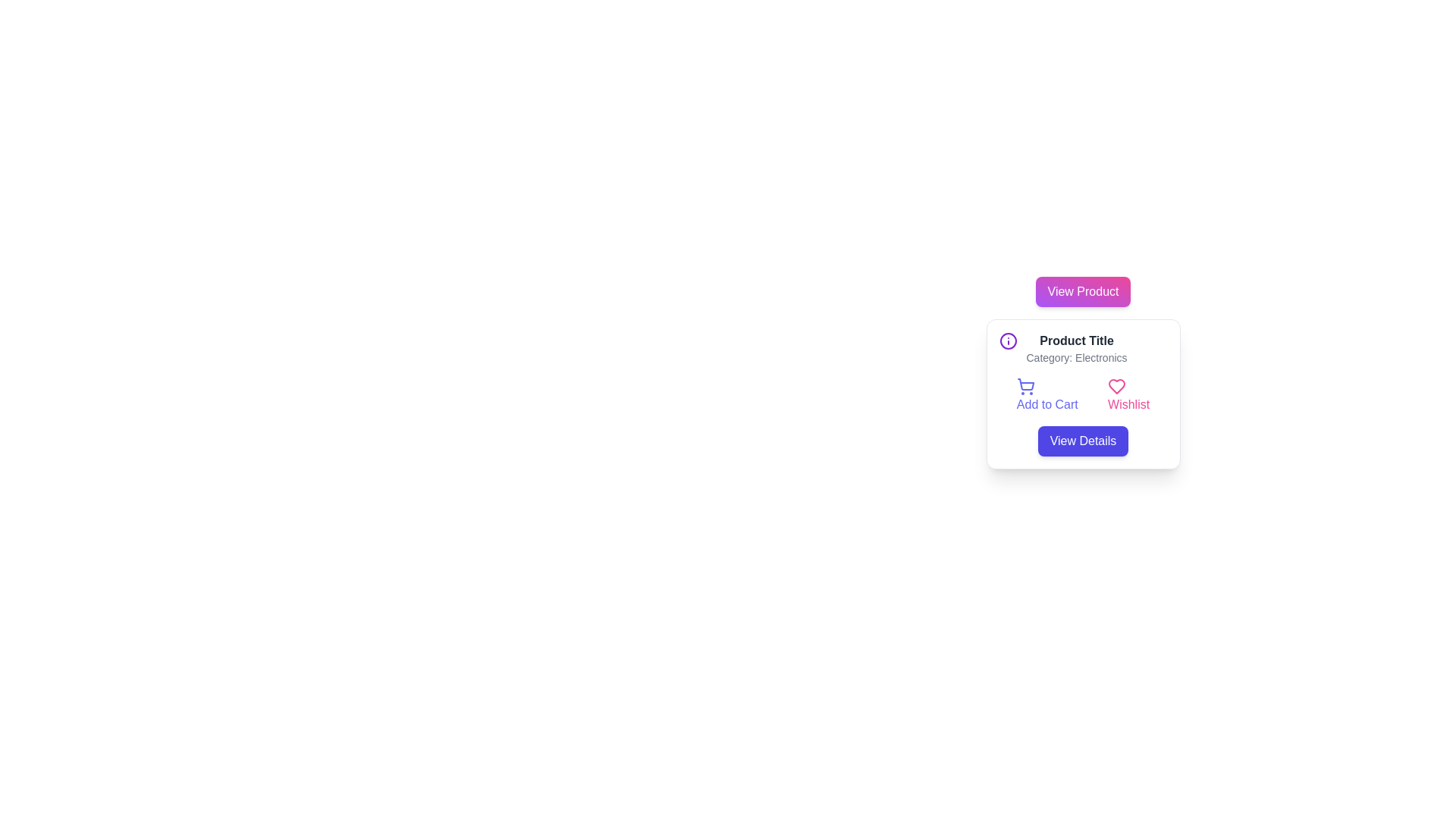 The width and height of the screenshot is (1456, 819). Describe the element at coordinates (1046, 394) in the screenshot. I see `the blue 'Add to Cart' button with a shopping cart icon located below the product title` at that location.